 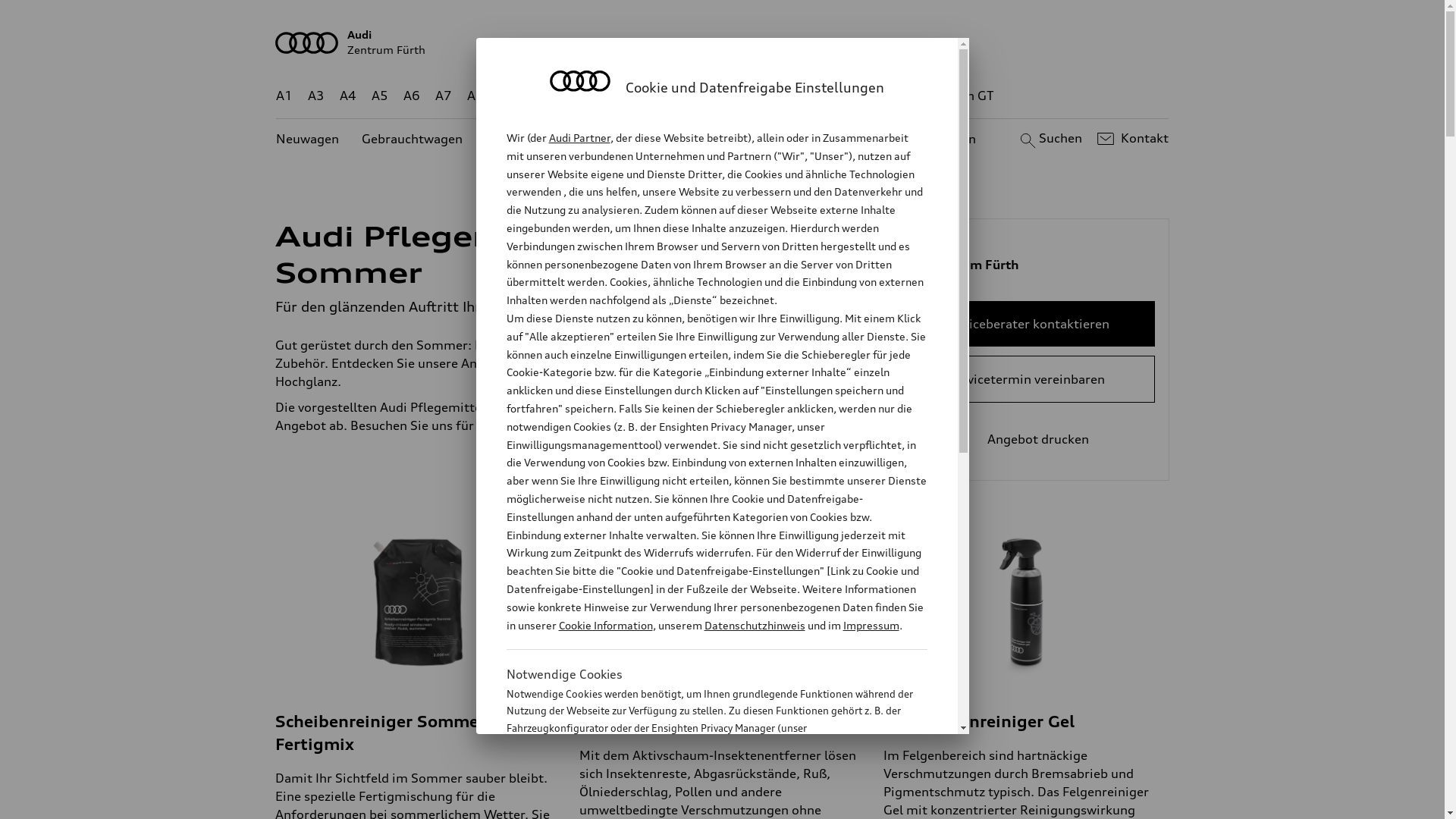 I want to click on 'A4', so click(x=347, y=96).